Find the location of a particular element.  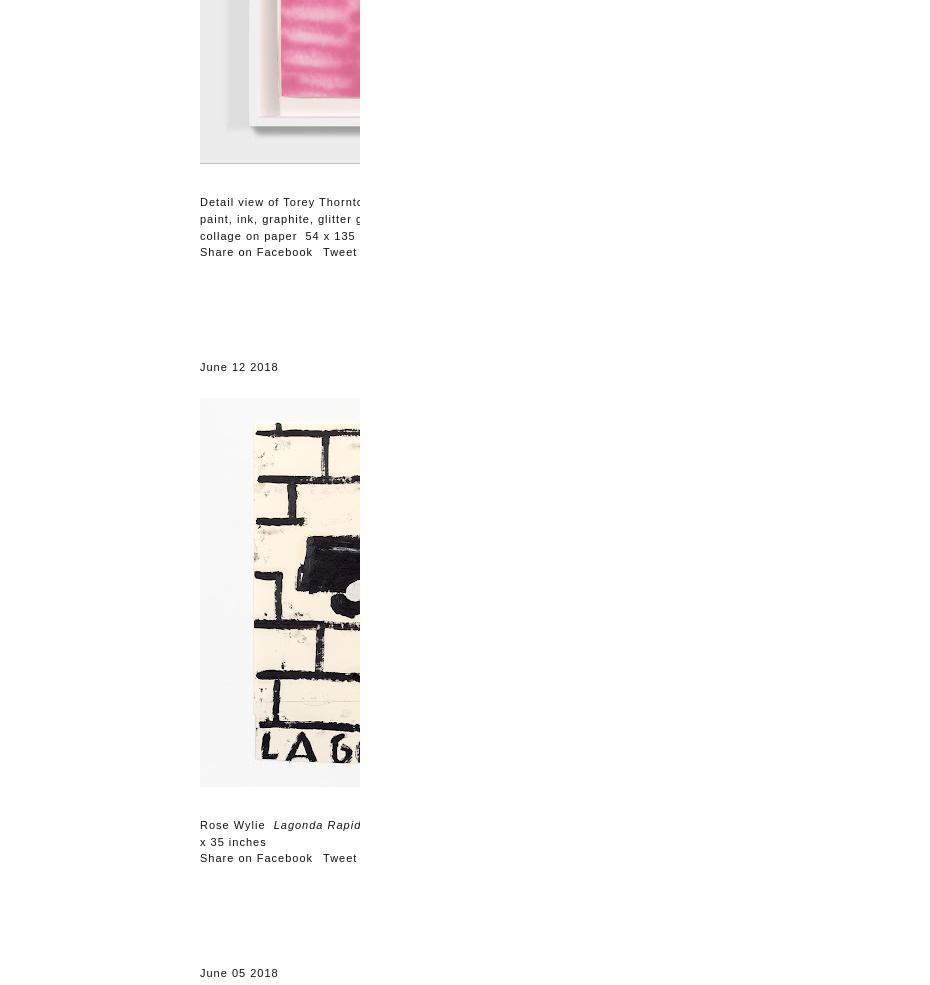

'Detail view of Torey Thornton' is located at coordinates (289, 201).